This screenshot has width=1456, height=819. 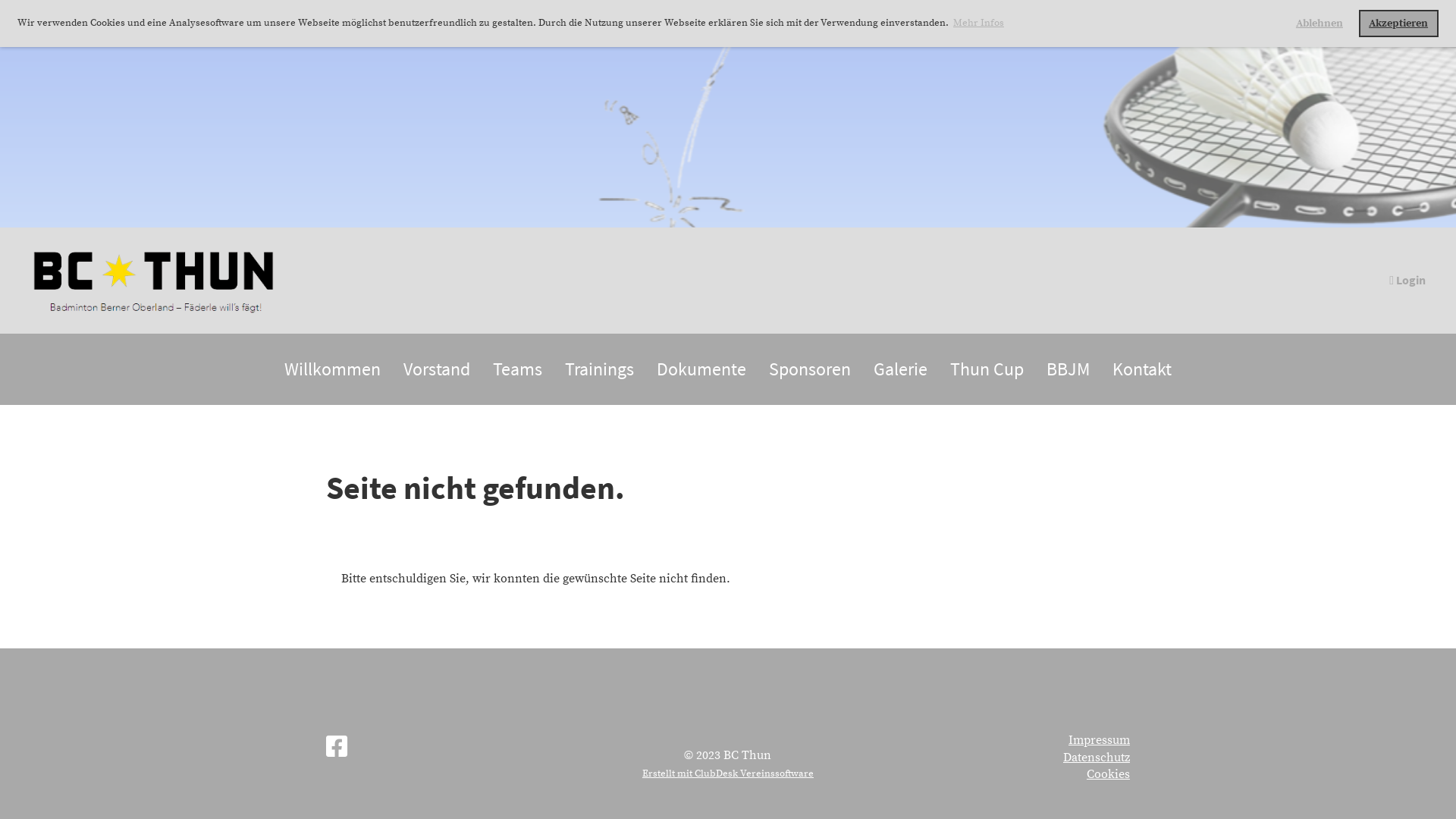 What do you see at coordinates (1108, 774) in the screenshot?
I see `'Cookies'` at bounding box center [1108, 774].